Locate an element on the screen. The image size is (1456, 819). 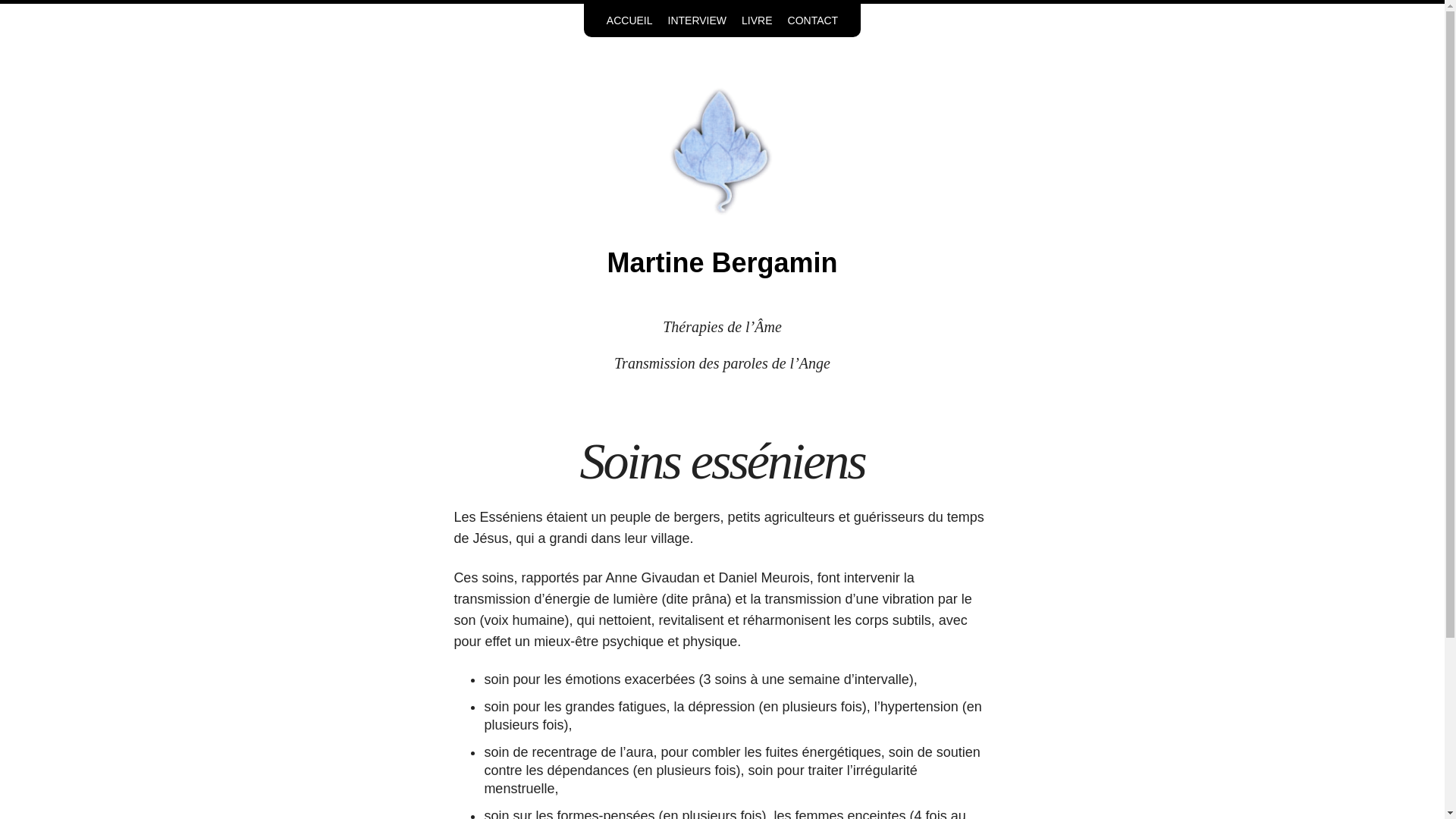
'Martine Bergamin' is located at coordinates (720, 149).